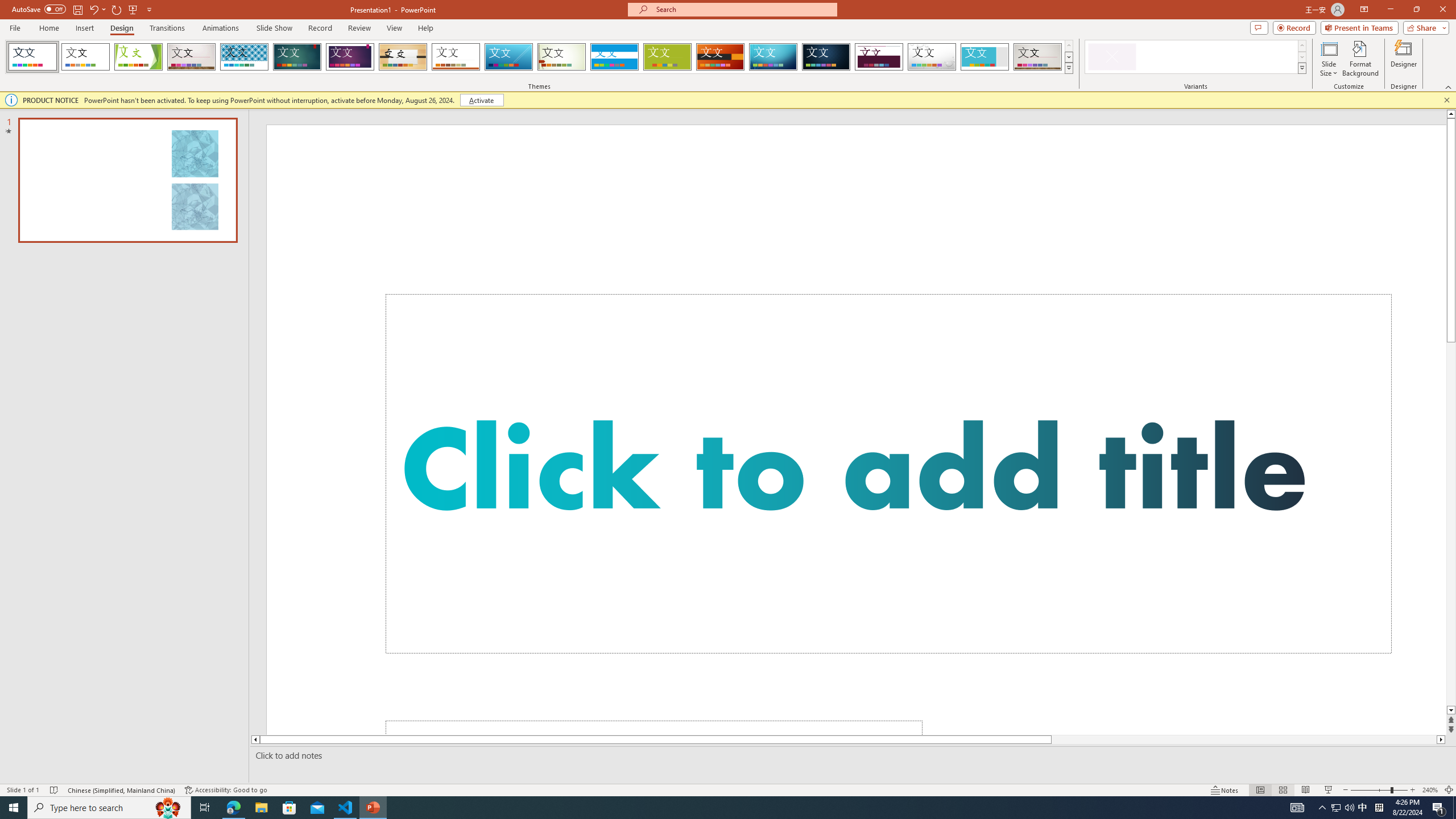 The height and width of the screenshot is (819, 1456). What do you see at coordinates (32, 56) in the screenshot?
I see `'FadeVTI'` at bounding box center [32, 56].